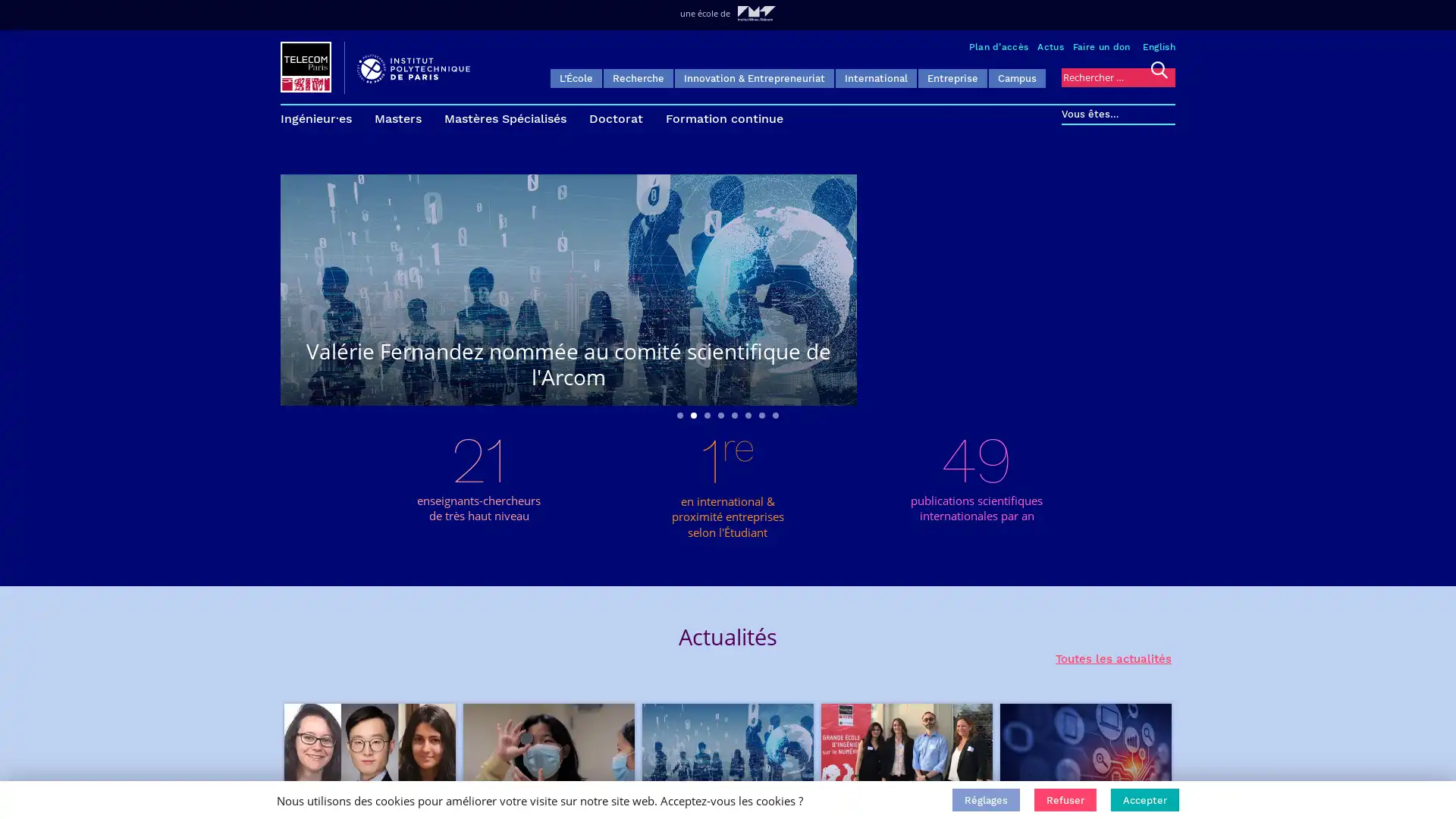  I want to click on Reglages, so click(986, 799).